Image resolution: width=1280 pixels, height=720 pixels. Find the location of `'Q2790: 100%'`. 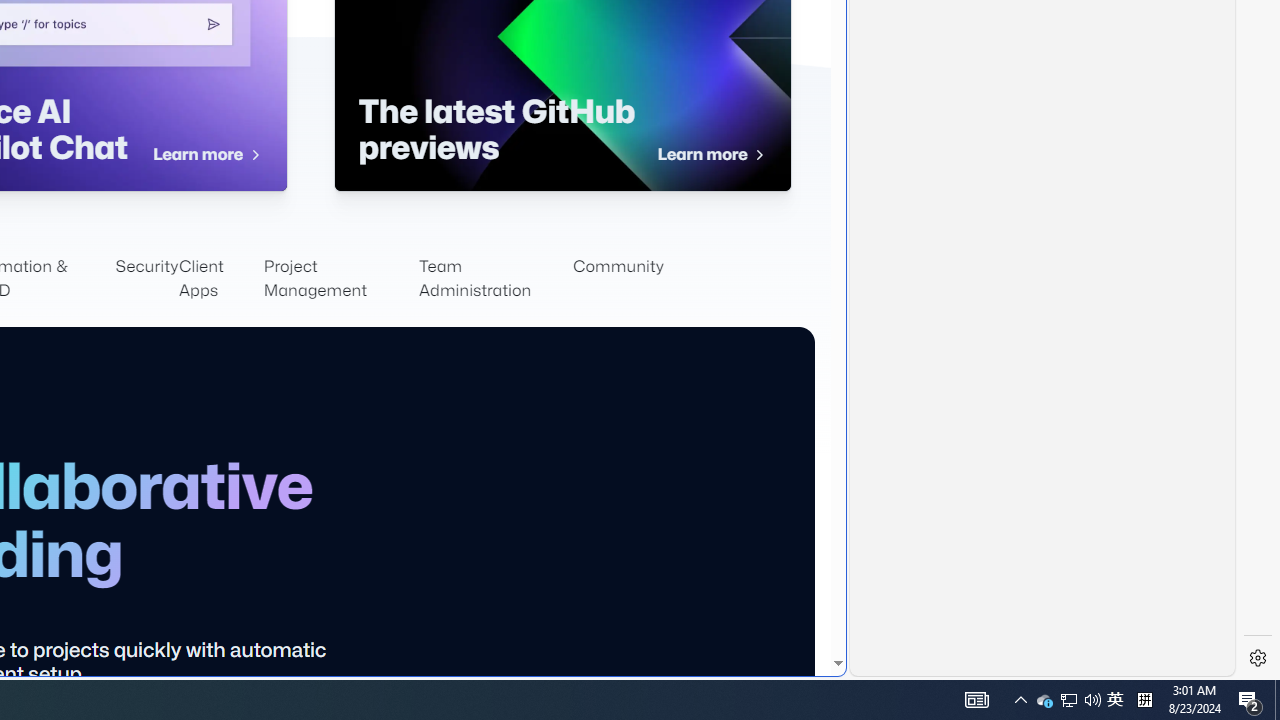

'Q2790: 100%' is located at coordinates (1092, 698).